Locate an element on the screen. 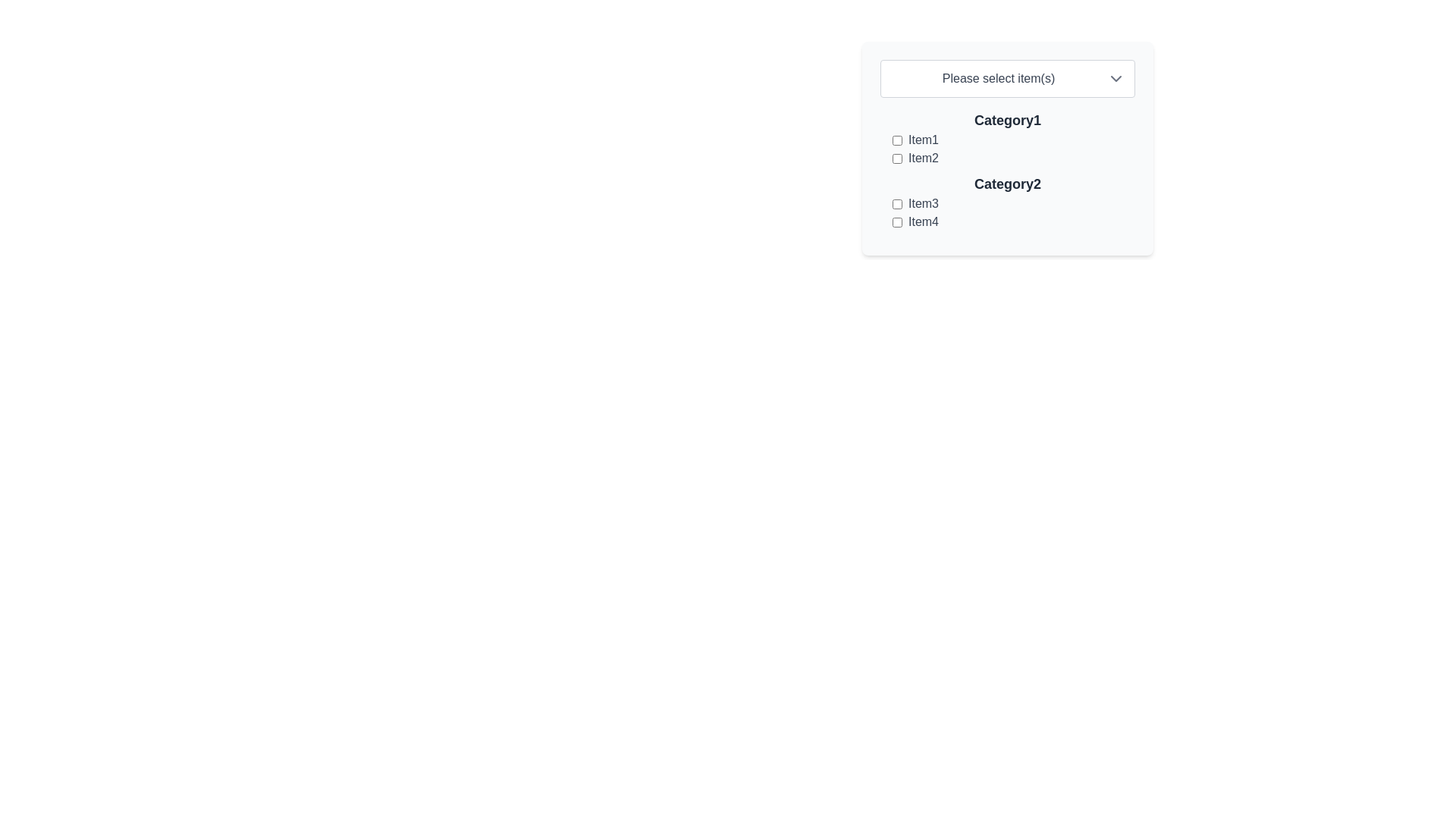 The width and height of the screenshot is (1456, 819). the label associated with the checkbox under 'Category2', which is the first item in the subcategory is located at coordinates (923, 203).